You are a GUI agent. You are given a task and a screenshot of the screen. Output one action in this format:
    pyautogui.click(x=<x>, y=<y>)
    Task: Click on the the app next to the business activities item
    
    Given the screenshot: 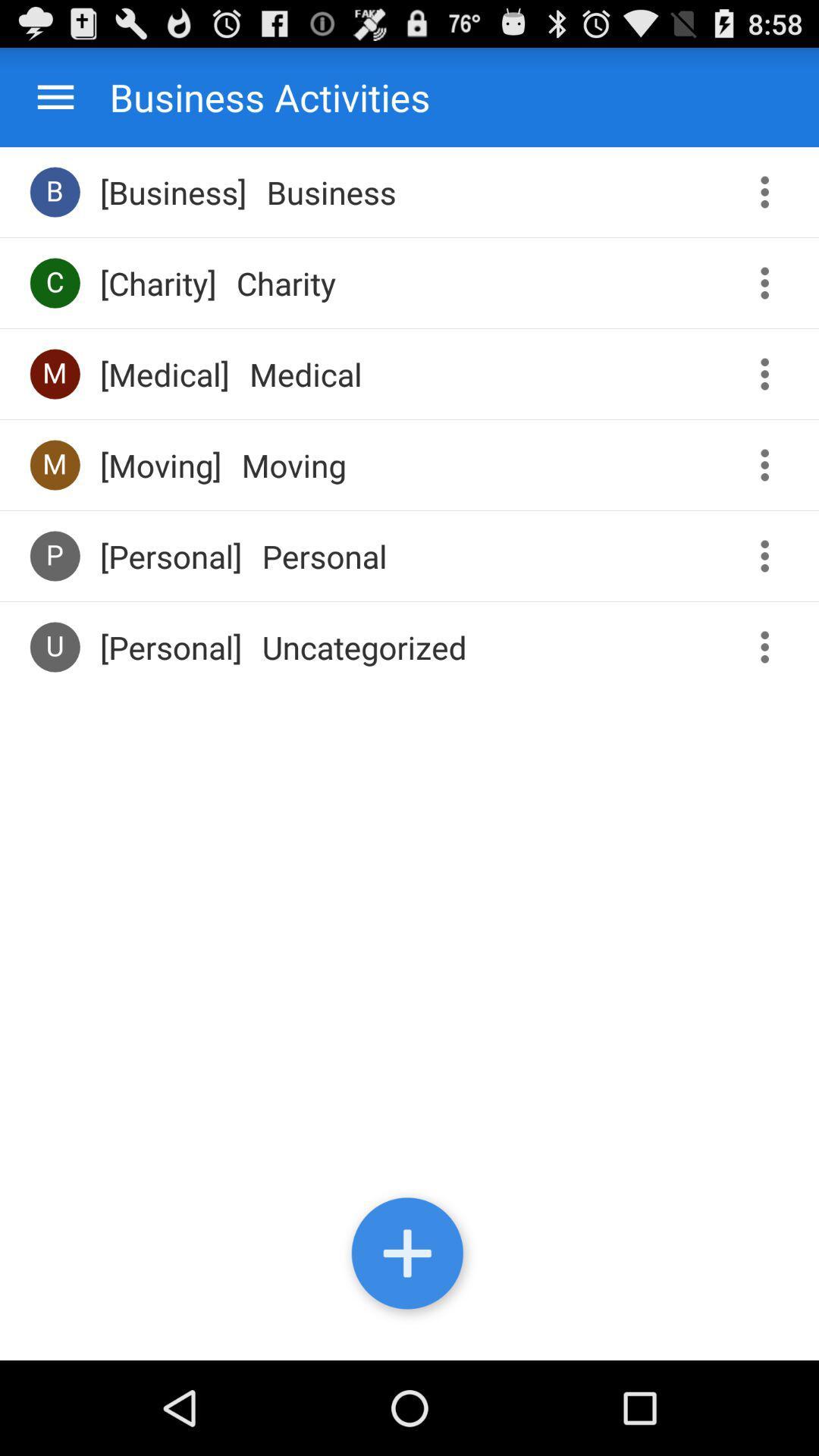 What is the action you would take?
    pyautogui.click(x=55, y=96)
    